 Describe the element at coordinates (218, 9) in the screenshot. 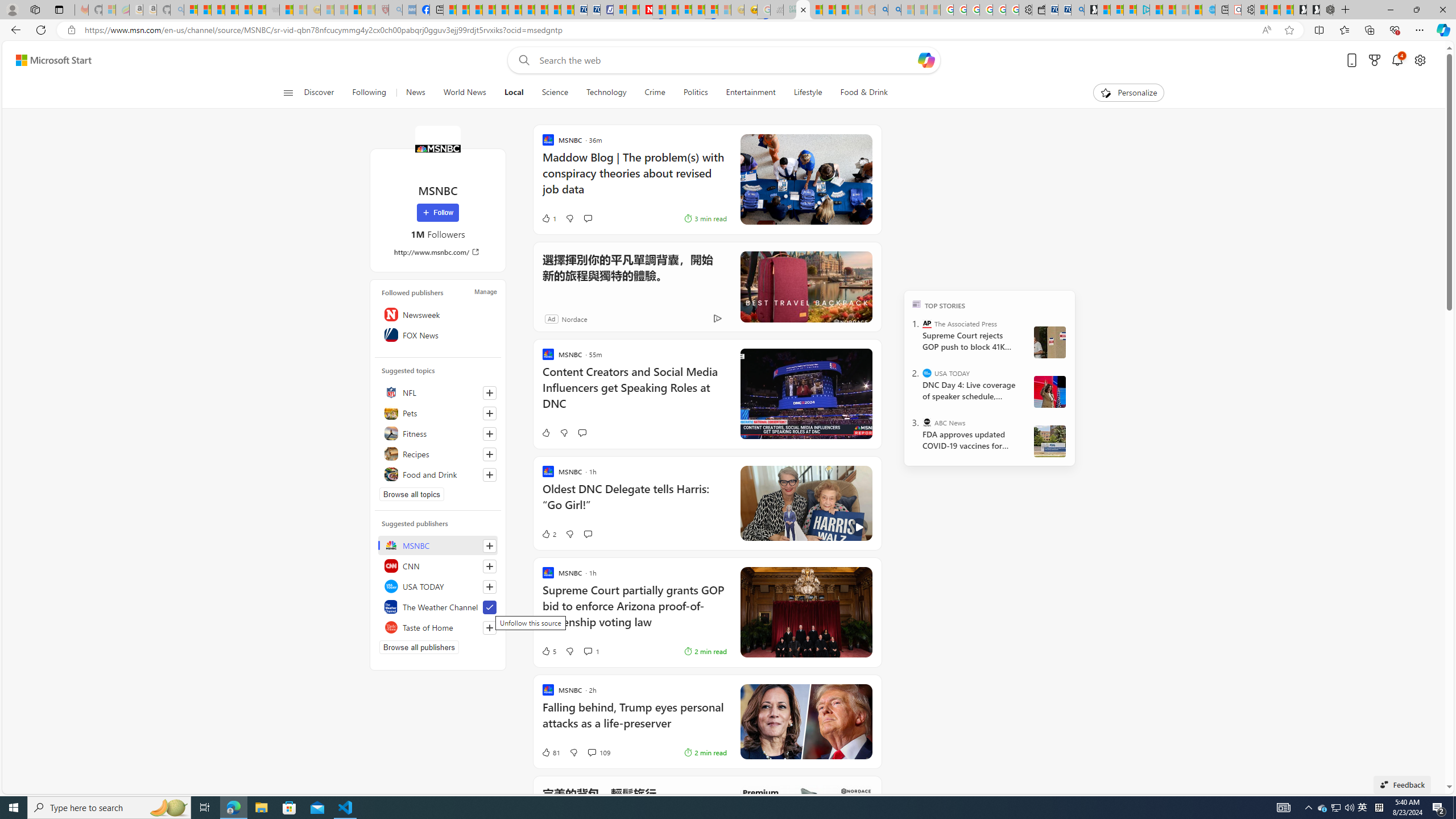

I see `'The Weather Channel - MSN'` at that location.